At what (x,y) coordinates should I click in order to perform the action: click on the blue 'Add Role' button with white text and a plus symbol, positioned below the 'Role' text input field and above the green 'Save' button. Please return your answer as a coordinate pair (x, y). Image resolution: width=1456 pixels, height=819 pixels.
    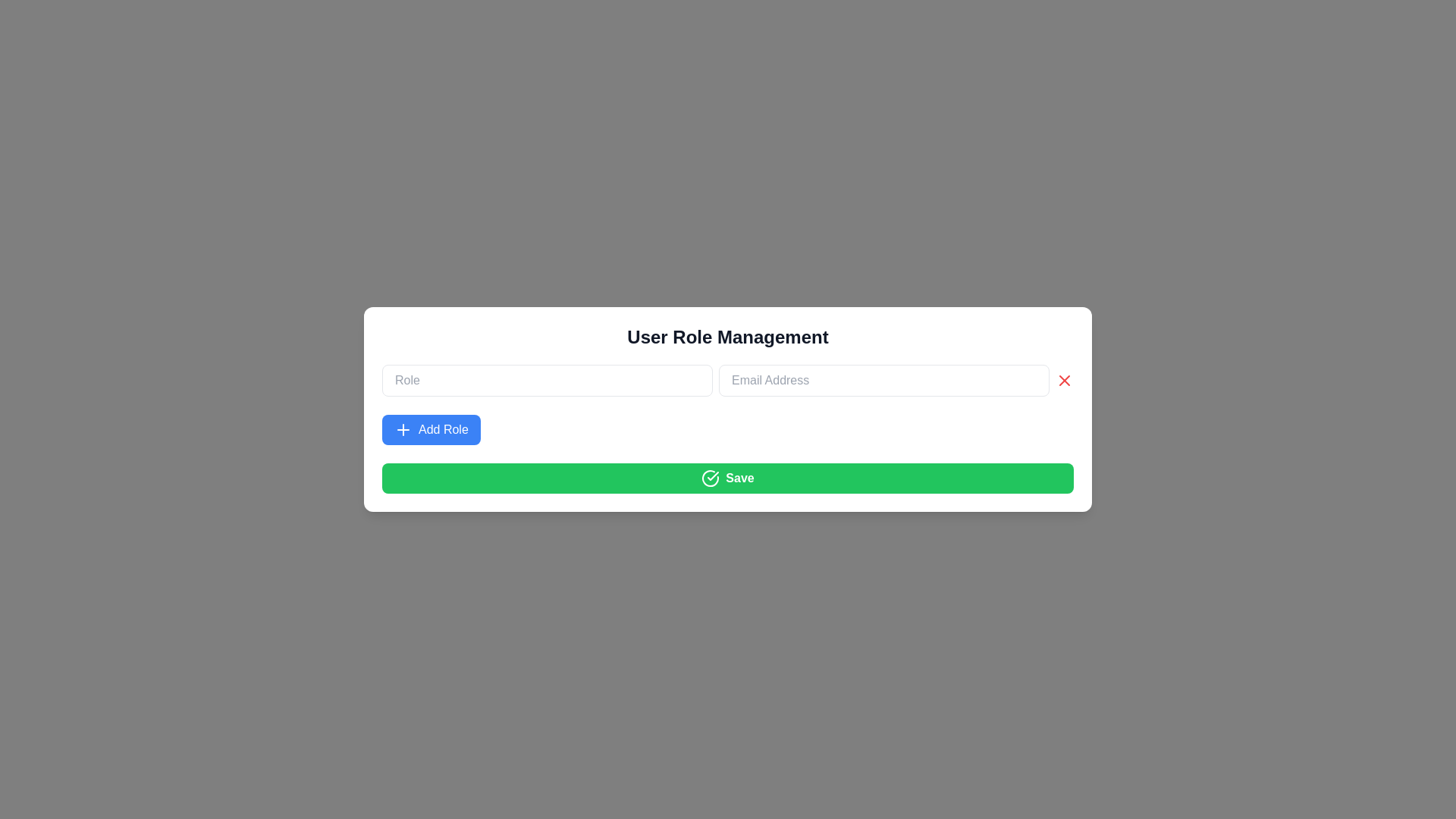
    Looking at the image, I should click on (430, 430).